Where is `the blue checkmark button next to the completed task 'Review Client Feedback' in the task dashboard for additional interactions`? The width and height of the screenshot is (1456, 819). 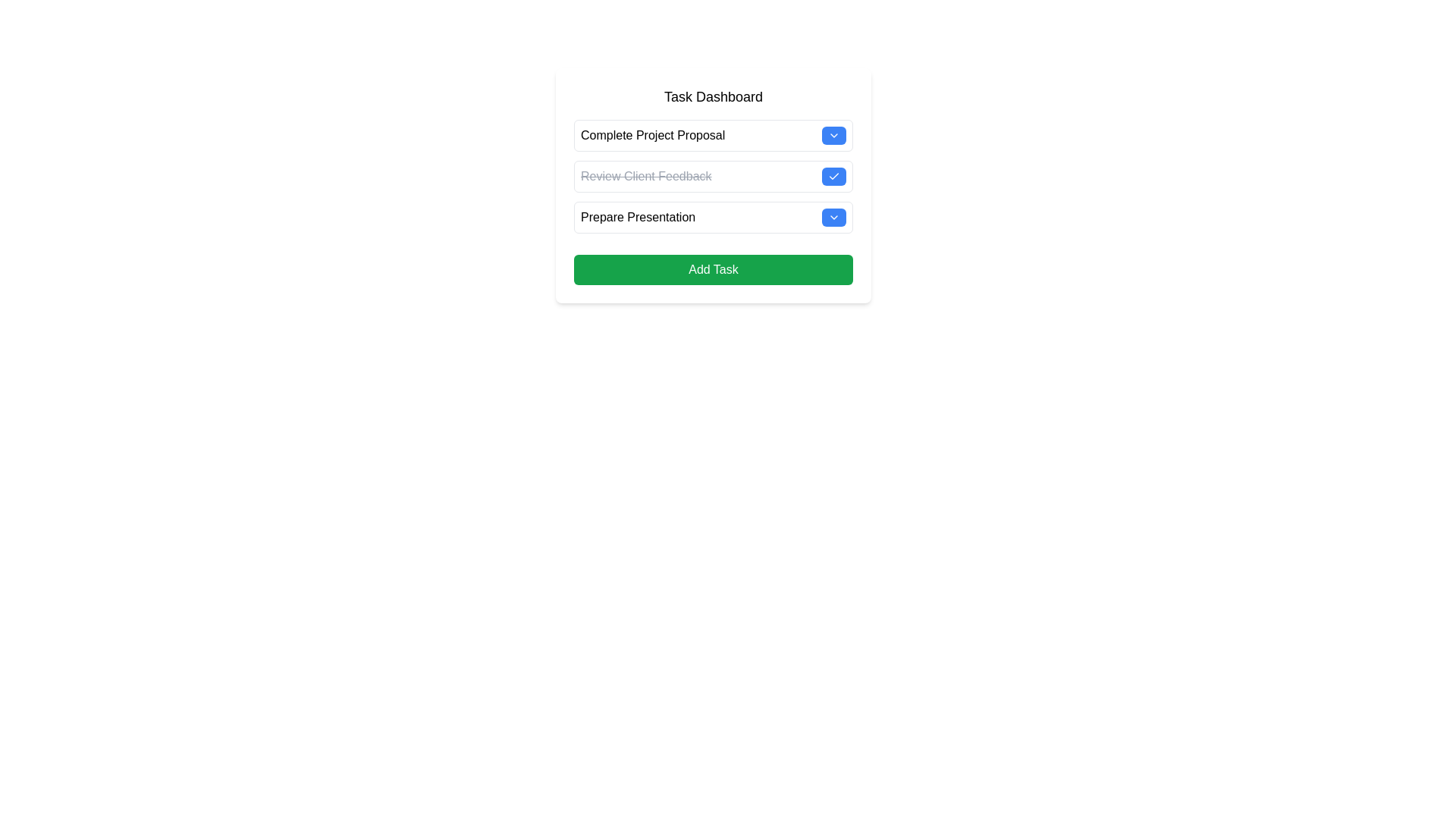
the blue checkmark button next to the completed task 'Review Client Feedback' in the task dashboard for additional interactions is located at coordinates (712, 185).